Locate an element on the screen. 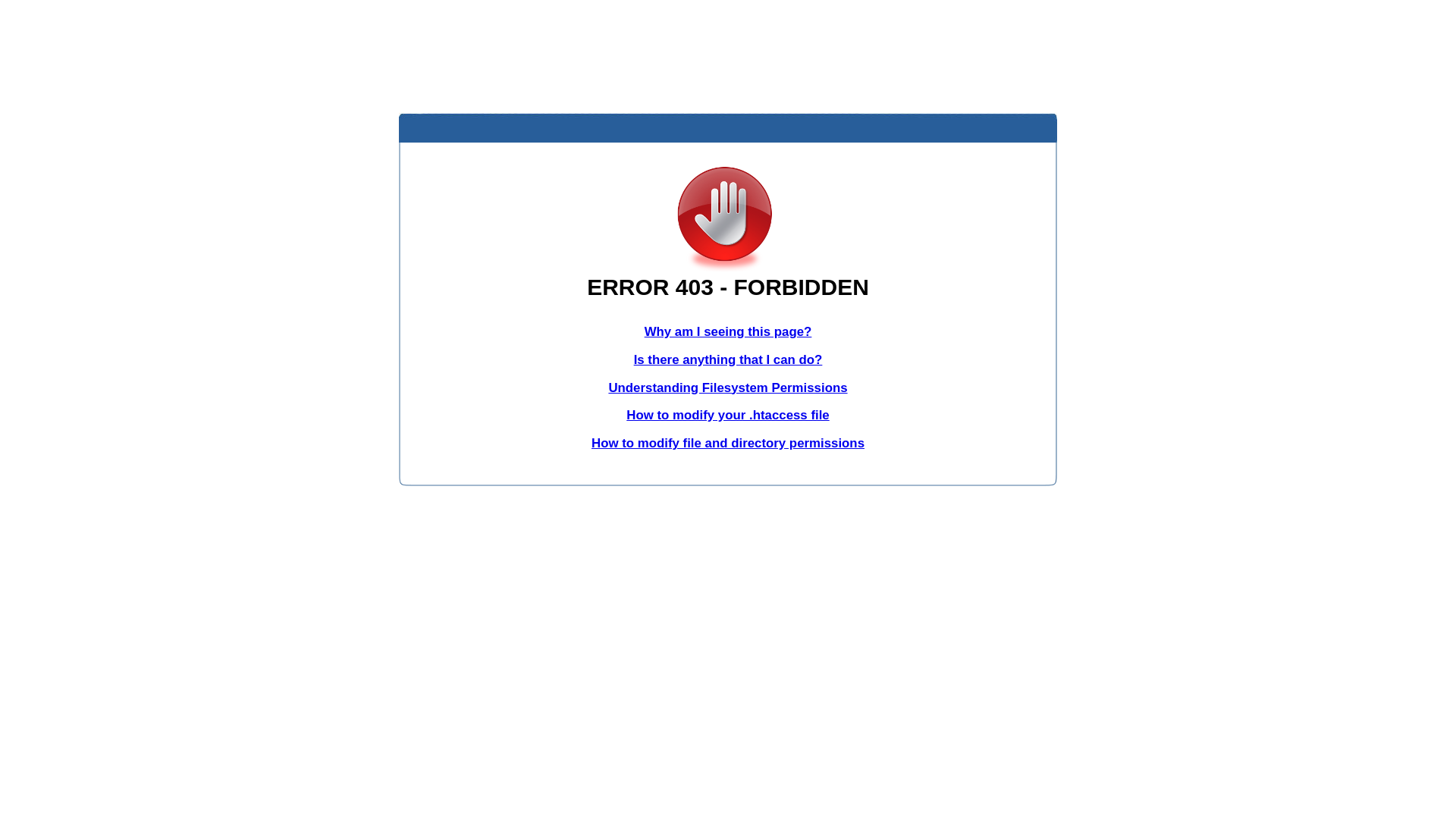  'How to modify file and directory permissions' is located at coordinates (728, 443).